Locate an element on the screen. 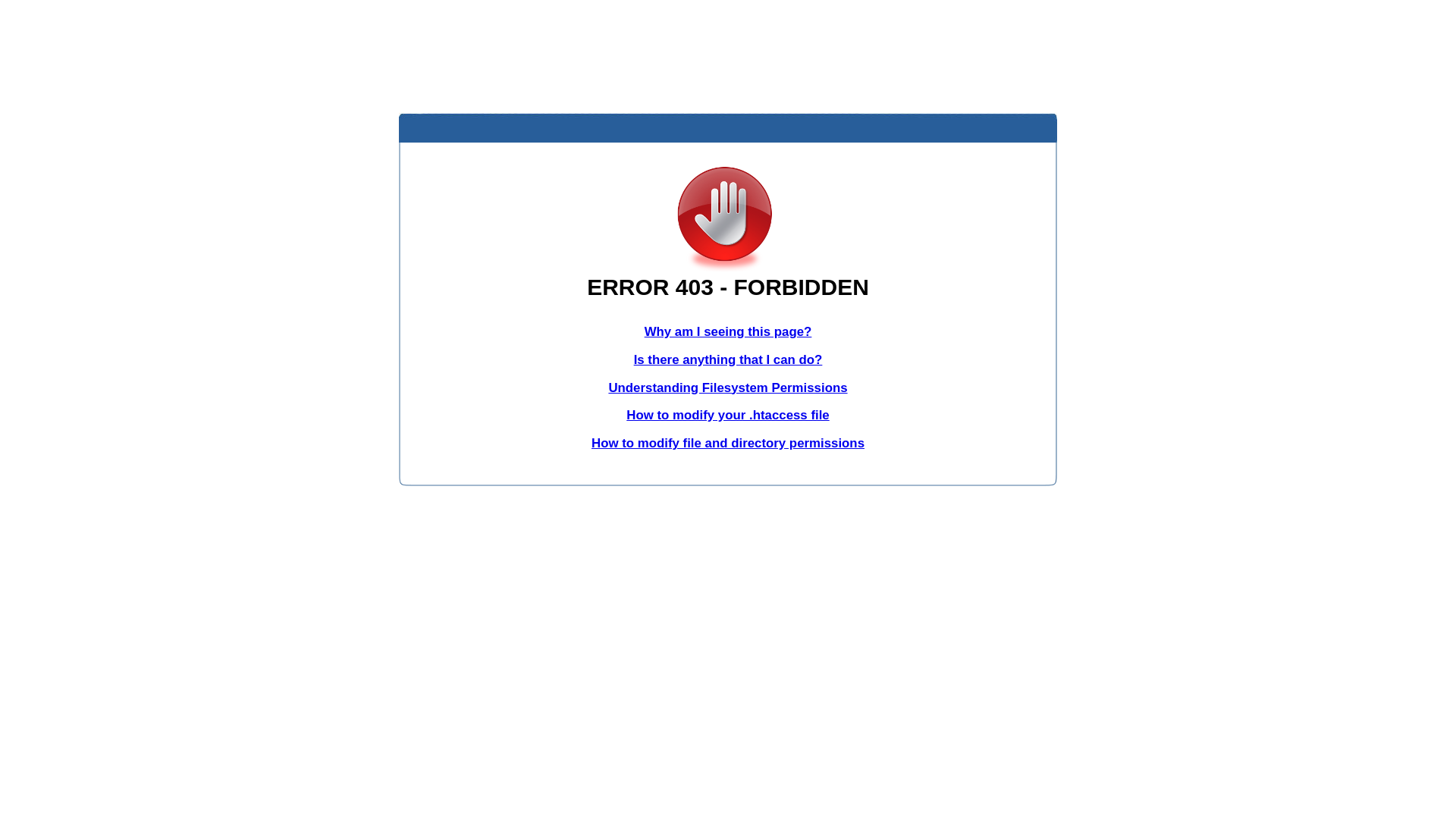  'How to modify file and directory permissions' is located at coordinates (728, 443).